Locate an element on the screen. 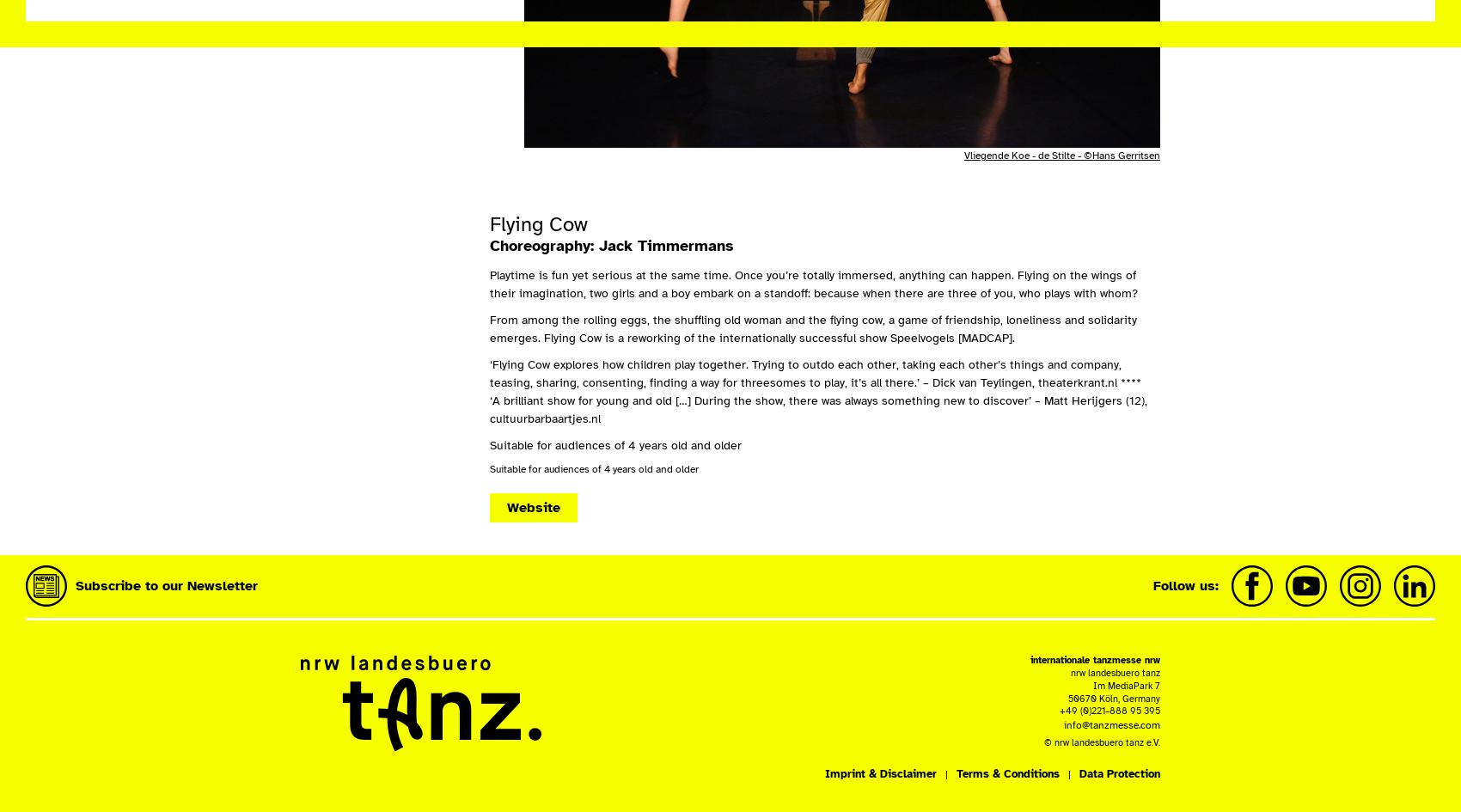 The image size is (1461, 812). '‘Flying Cow explores how children play together. Trying to outdo each other, taking each other’s things and company, teasing, sharing, consenting, finding a way for threesomes to play, it’s all there.’ – Dick van Teylingen, theaterkrant.nl ****' is located at coordinates (815, 373).